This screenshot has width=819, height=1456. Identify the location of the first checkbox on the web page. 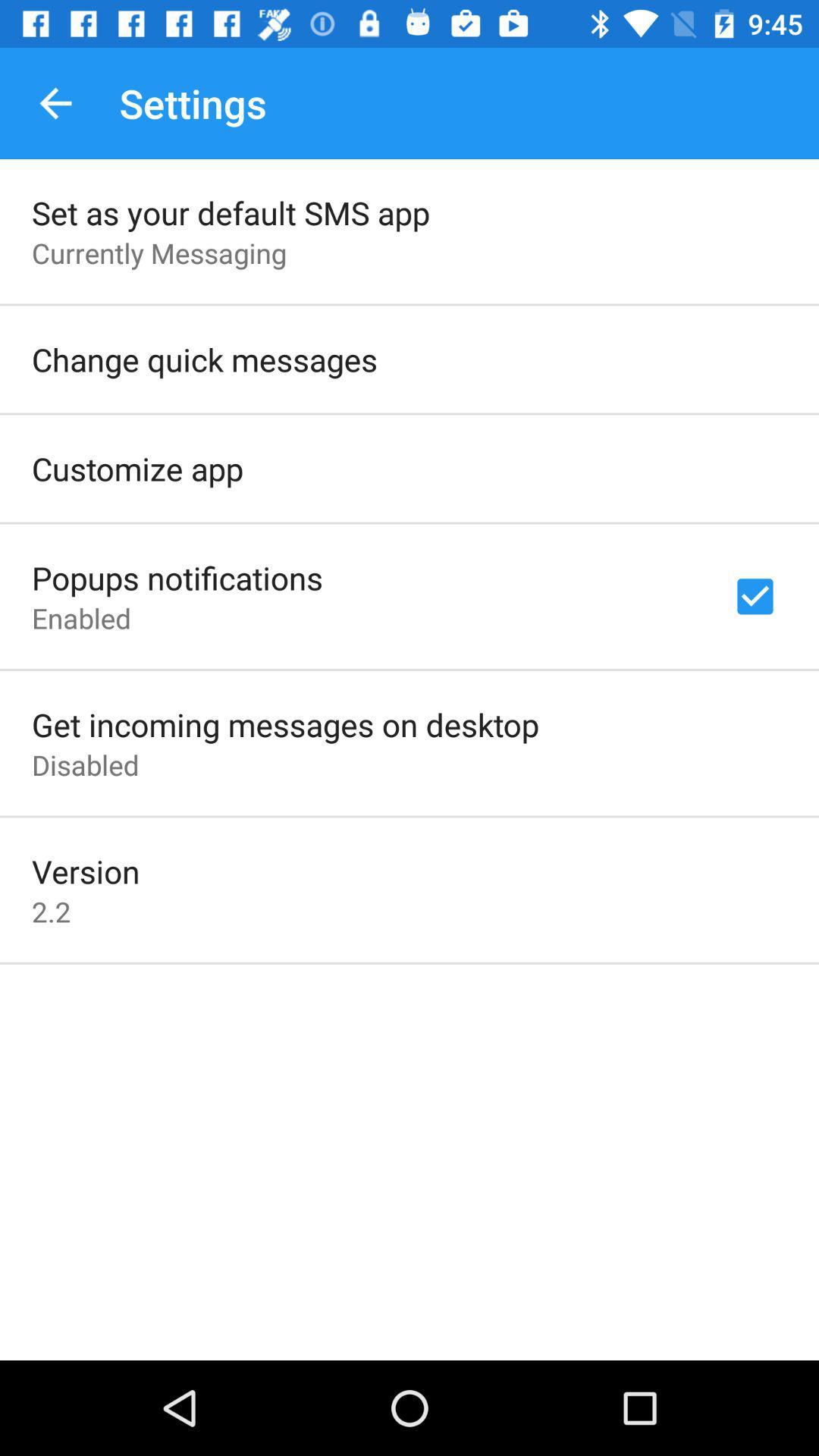
(755, 596).